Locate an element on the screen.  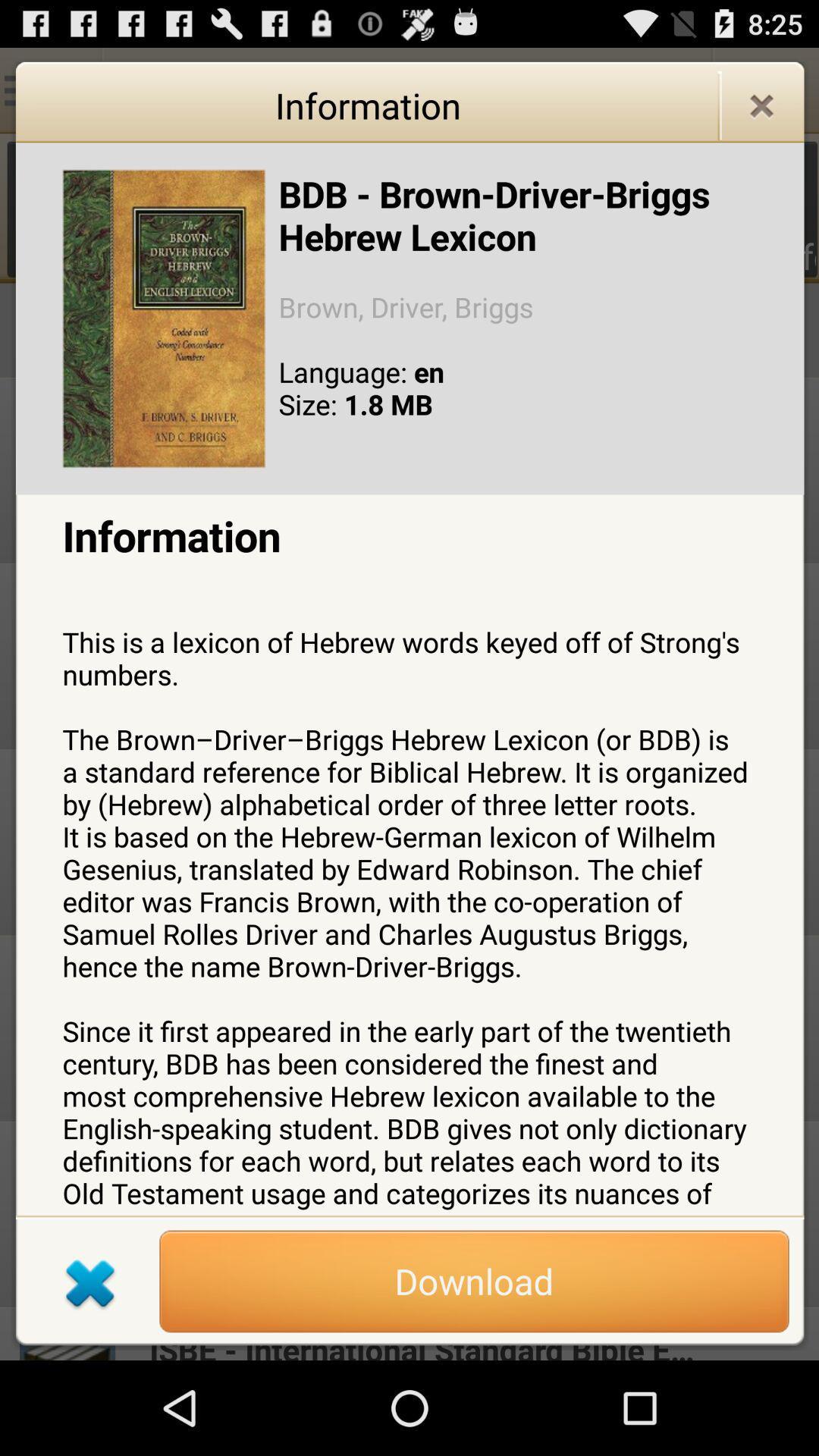
the close icon is located at coordinates (90, 1372).